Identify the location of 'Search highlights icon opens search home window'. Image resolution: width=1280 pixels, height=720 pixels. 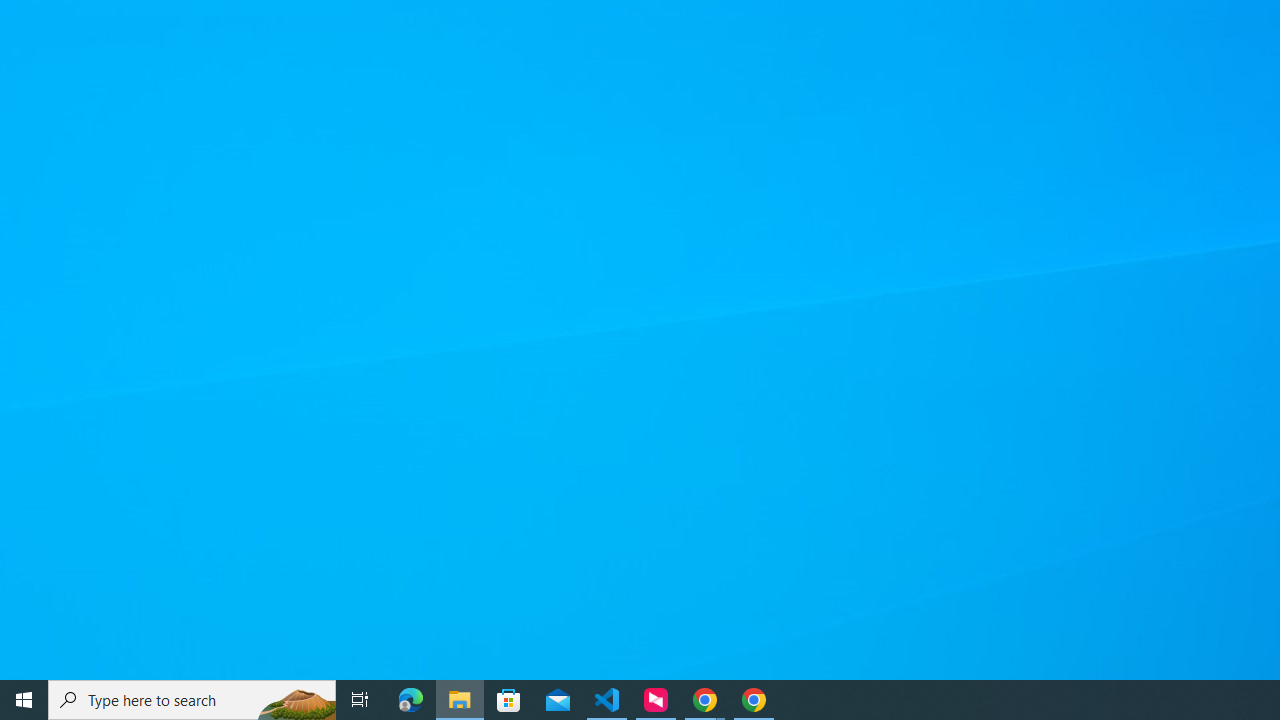
(294, 698).